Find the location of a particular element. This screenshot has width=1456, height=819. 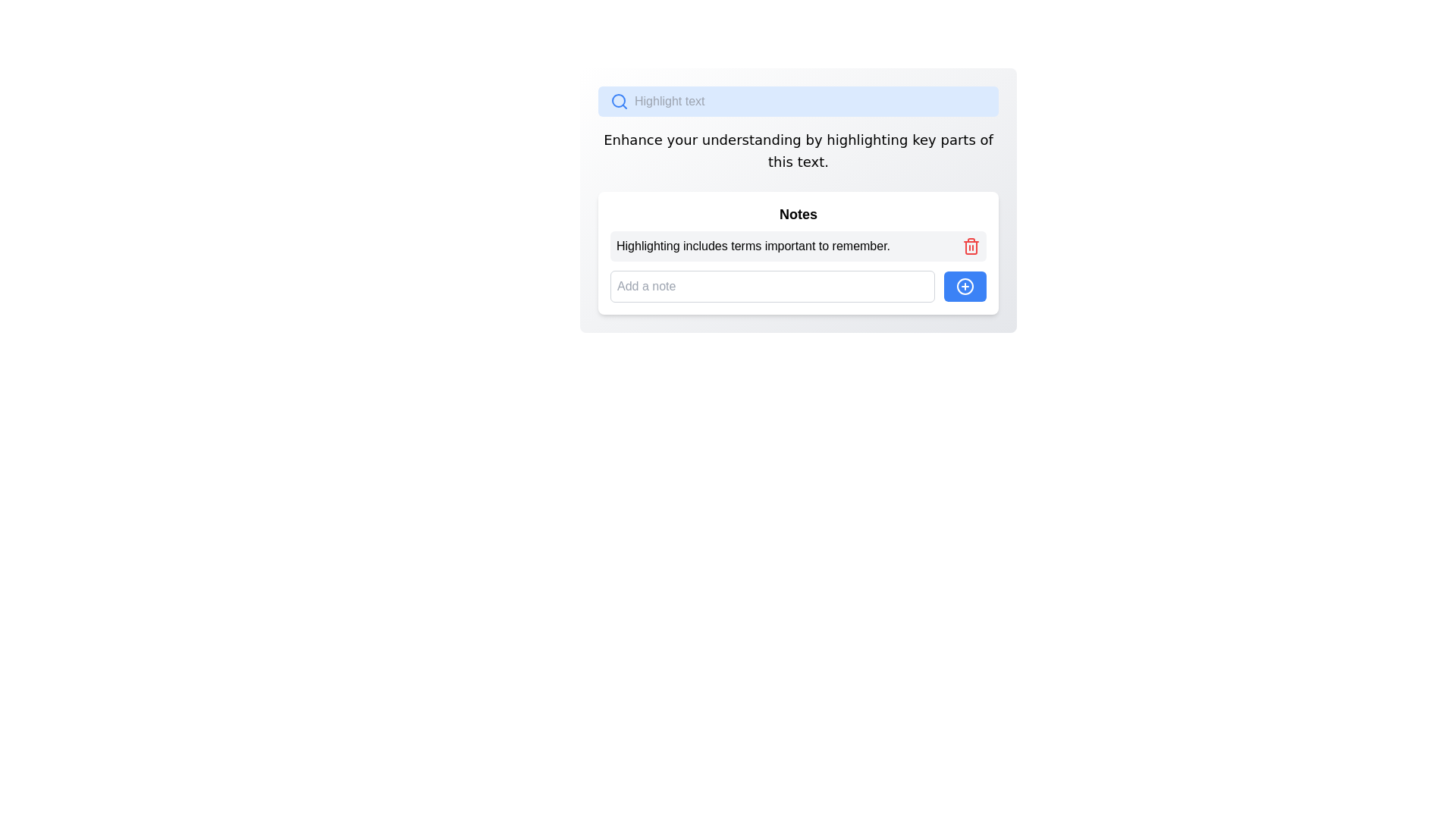

the sixth character in the word 'Enhance' which is part of a decorative text block, positioned near the center of the interface is located at coordinates (633, 140).